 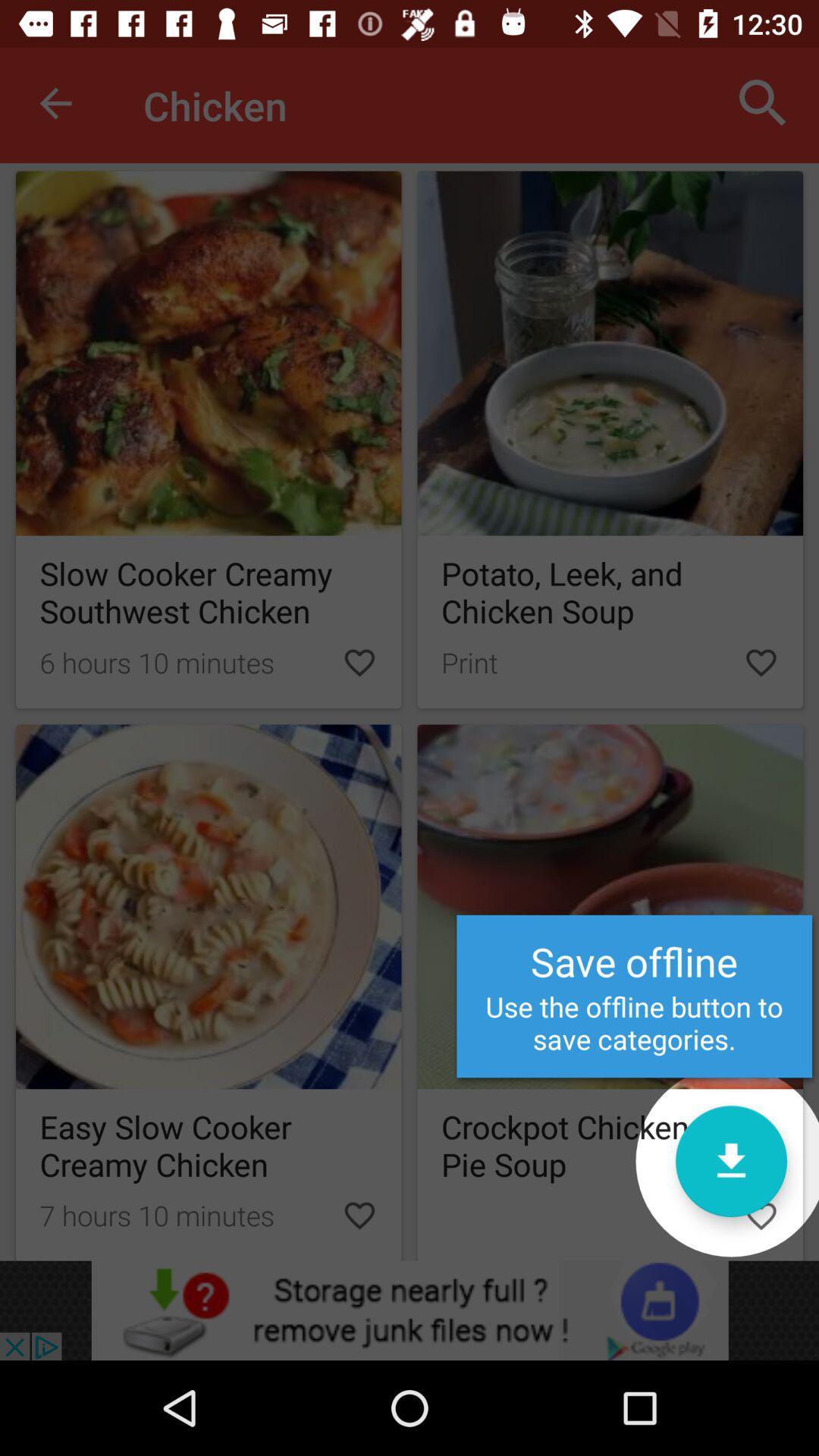 I want to click on save offline, so click(x=610, y=993).